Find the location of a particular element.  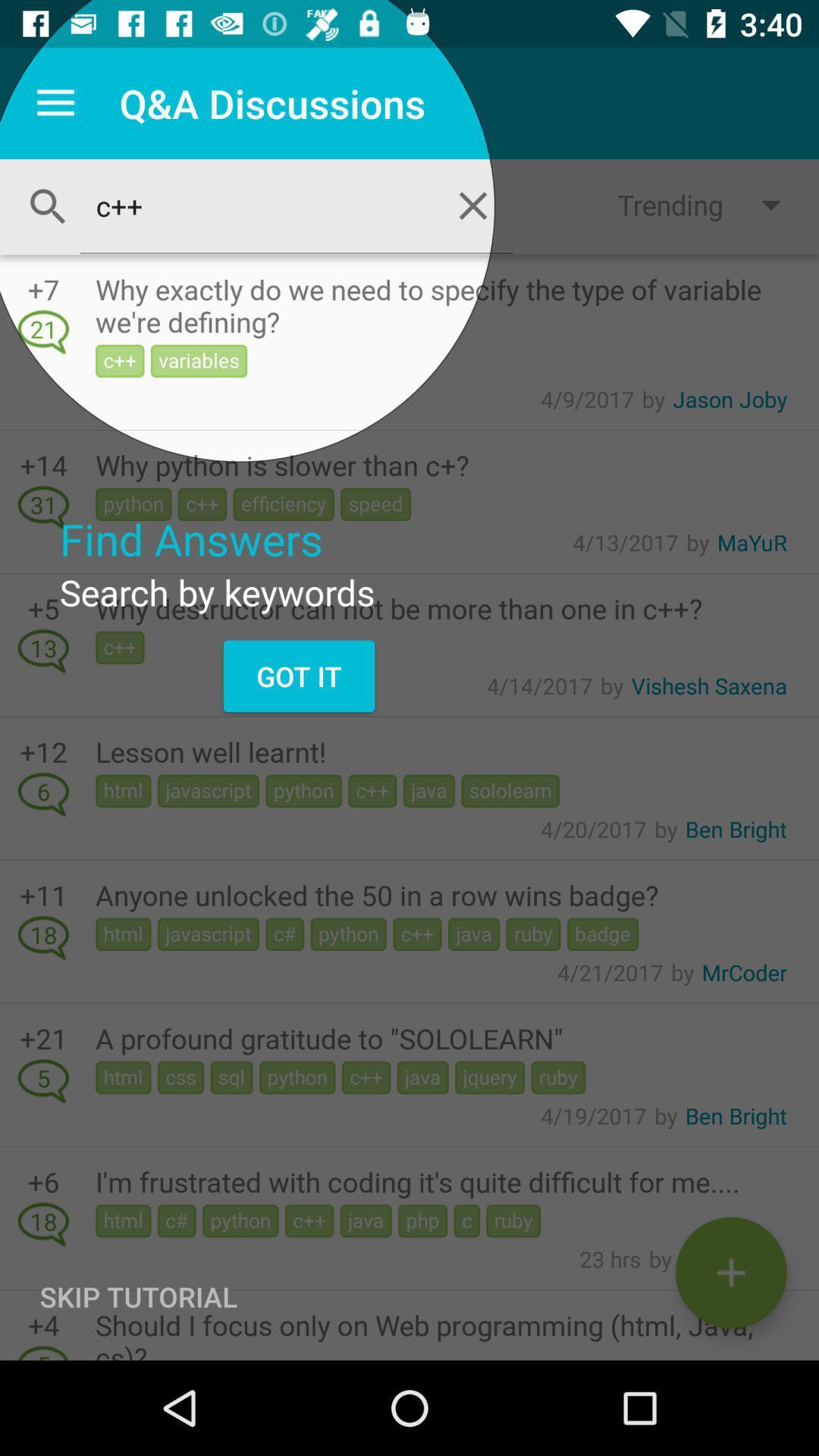

the add icon is located at coordinates (730, 1272).